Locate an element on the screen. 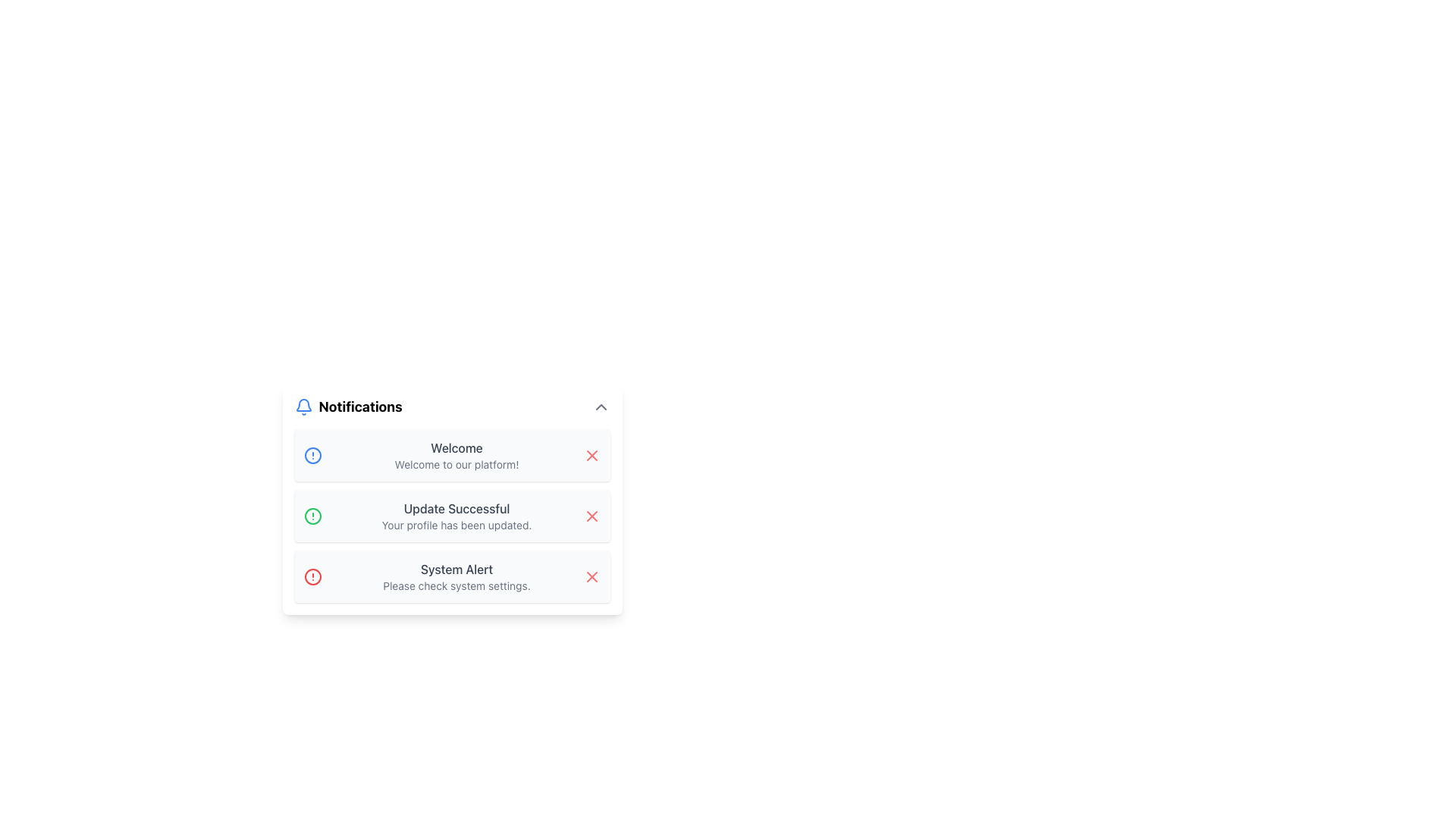  supporting text that clarifies the 'System Alert' notification title located directly below it in the notifications panel is located at coordinates (456, 585).